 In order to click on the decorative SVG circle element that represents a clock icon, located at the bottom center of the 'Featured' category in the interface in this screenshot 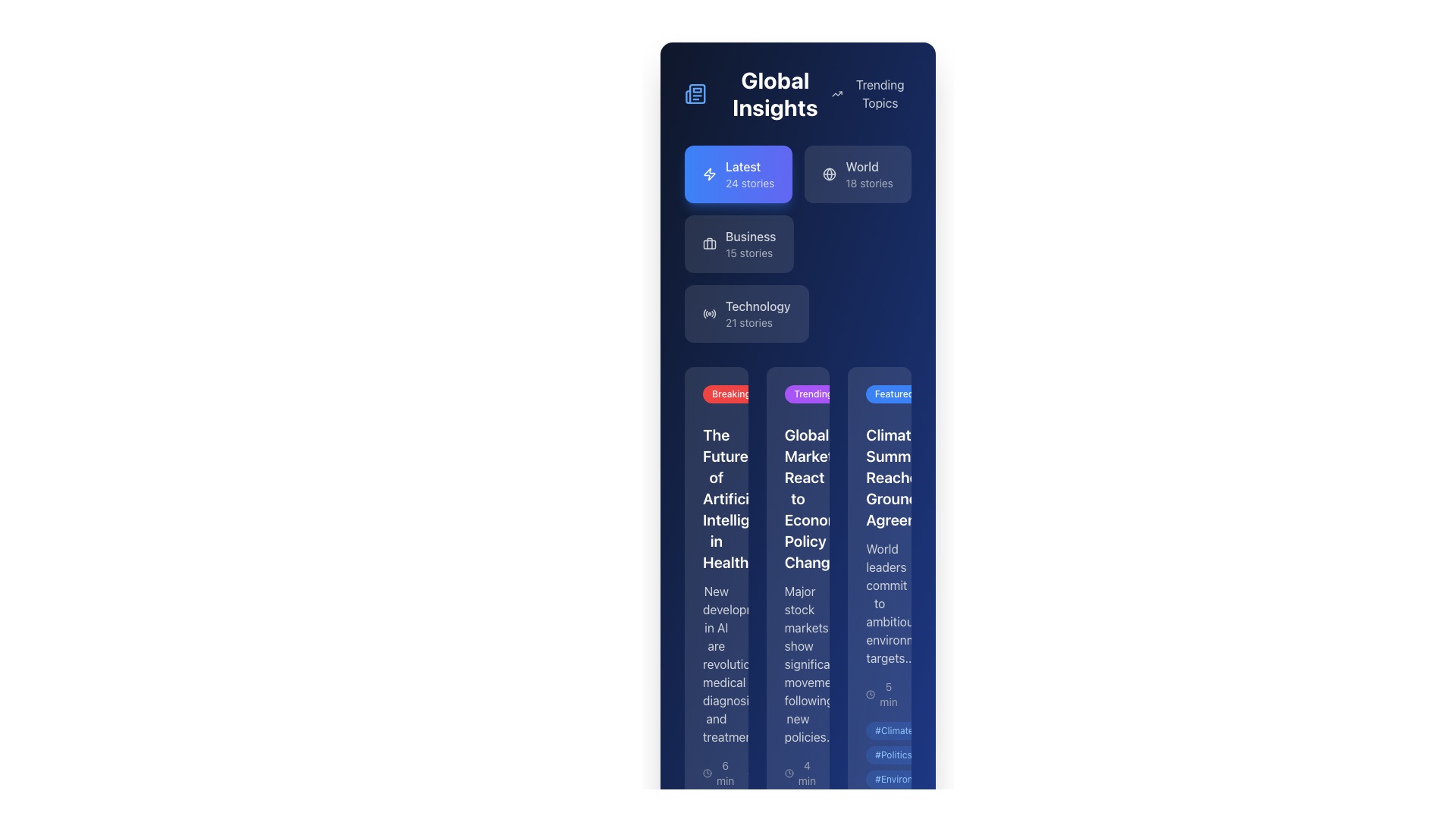, I will do `click(871, 694)`.